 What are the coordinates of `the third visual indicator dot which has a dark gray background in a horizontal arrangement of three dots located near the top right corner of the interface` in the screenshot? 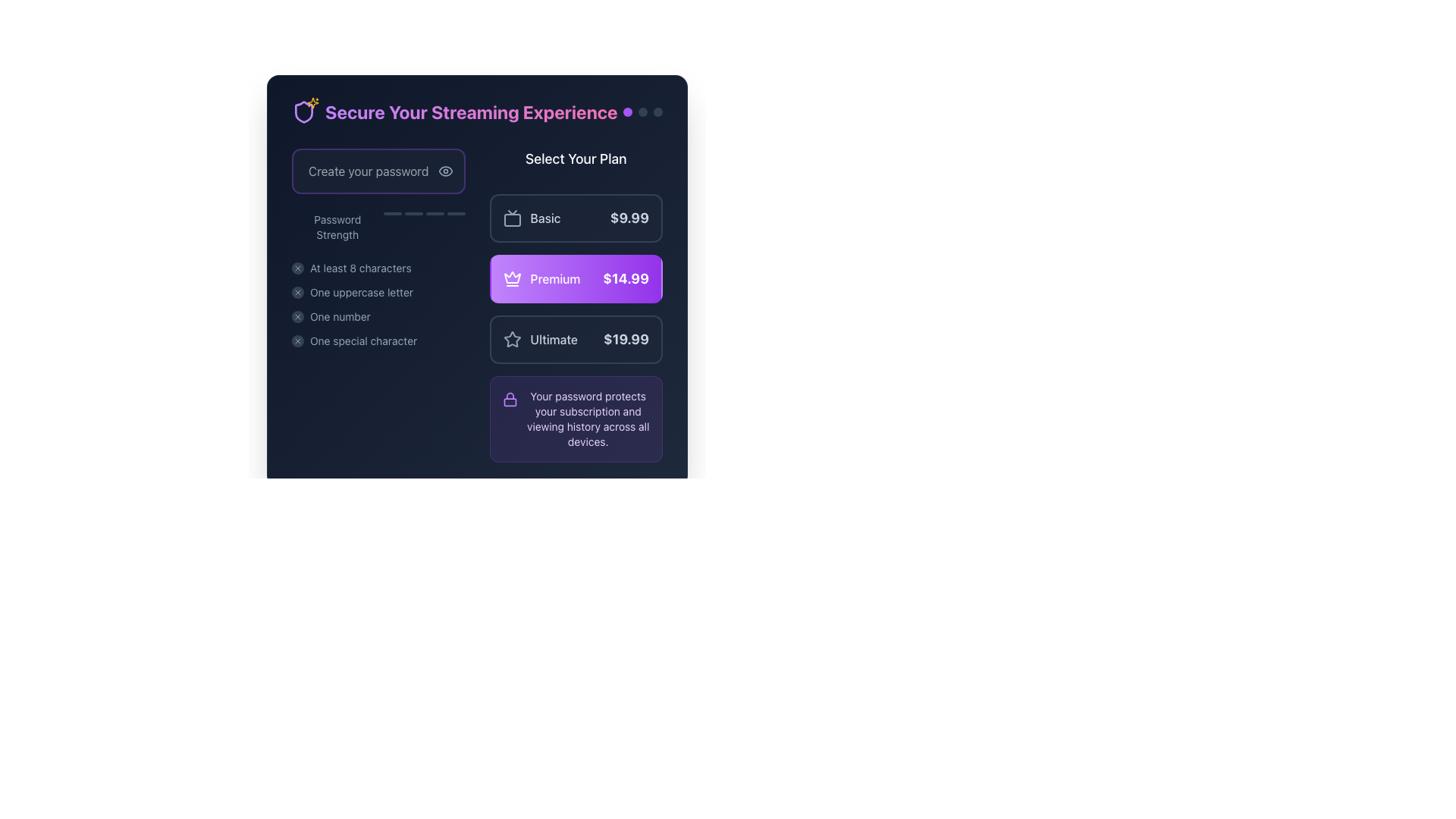 It's located at (658, 111).